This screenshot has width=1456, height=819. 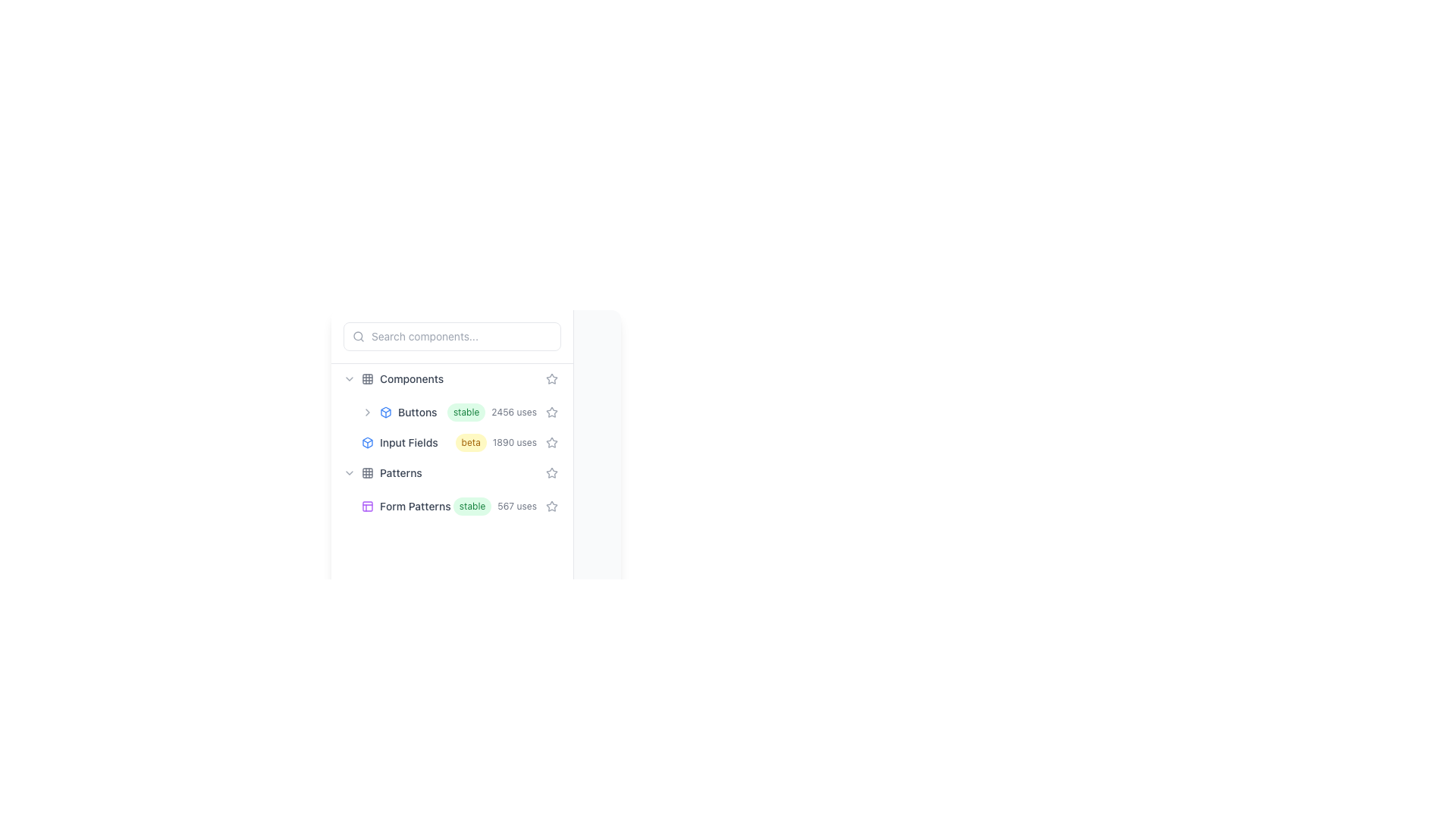 I want to click on the star-shaped icon with a thin outline and rounded edges in the 'Form Patterns' row under the 'Patterns' section, so click(x=551, y=506).